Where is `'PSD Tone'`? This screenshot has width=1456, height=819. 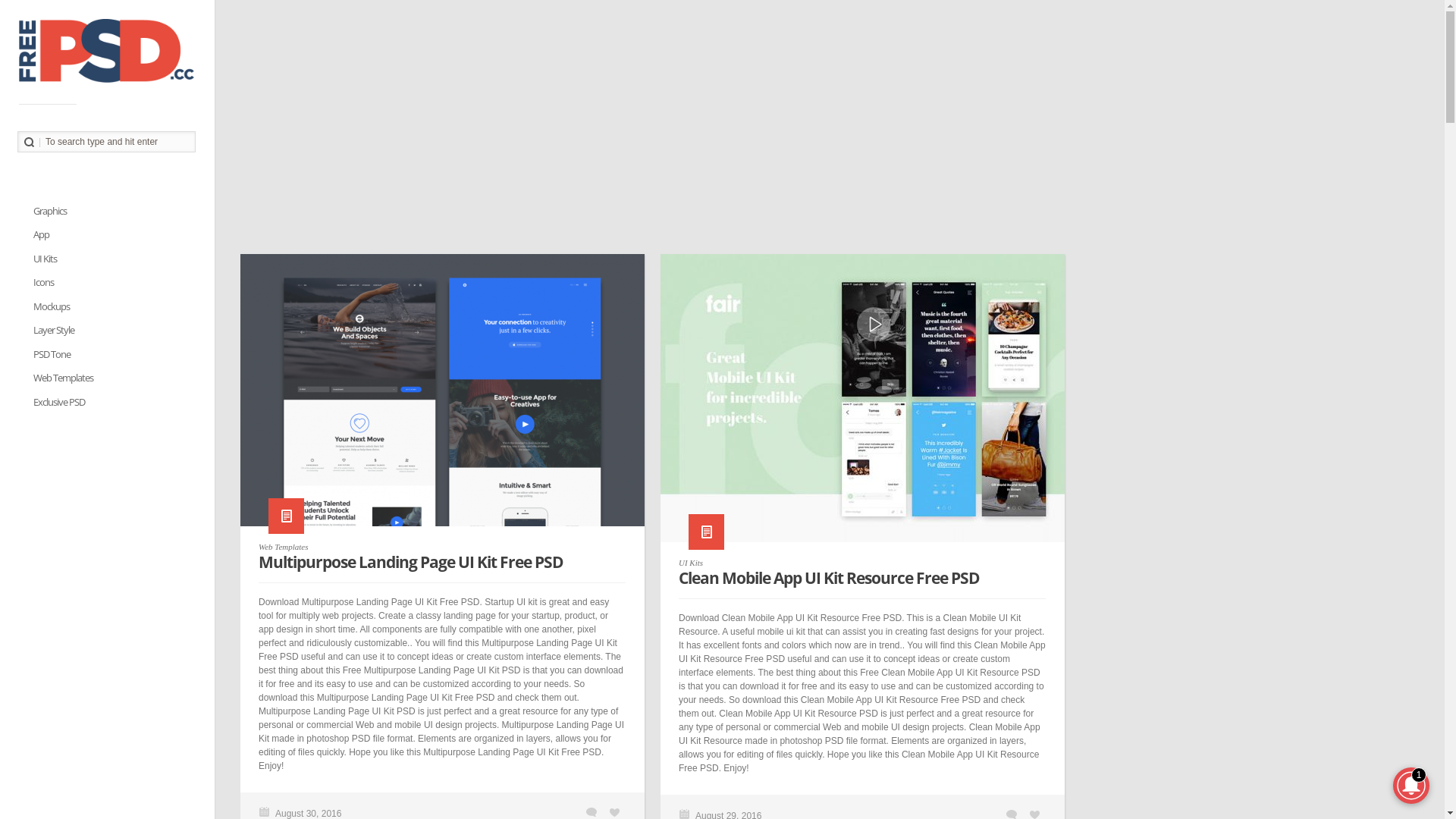
'PSD Tone' is located at coordinates (17, 354).